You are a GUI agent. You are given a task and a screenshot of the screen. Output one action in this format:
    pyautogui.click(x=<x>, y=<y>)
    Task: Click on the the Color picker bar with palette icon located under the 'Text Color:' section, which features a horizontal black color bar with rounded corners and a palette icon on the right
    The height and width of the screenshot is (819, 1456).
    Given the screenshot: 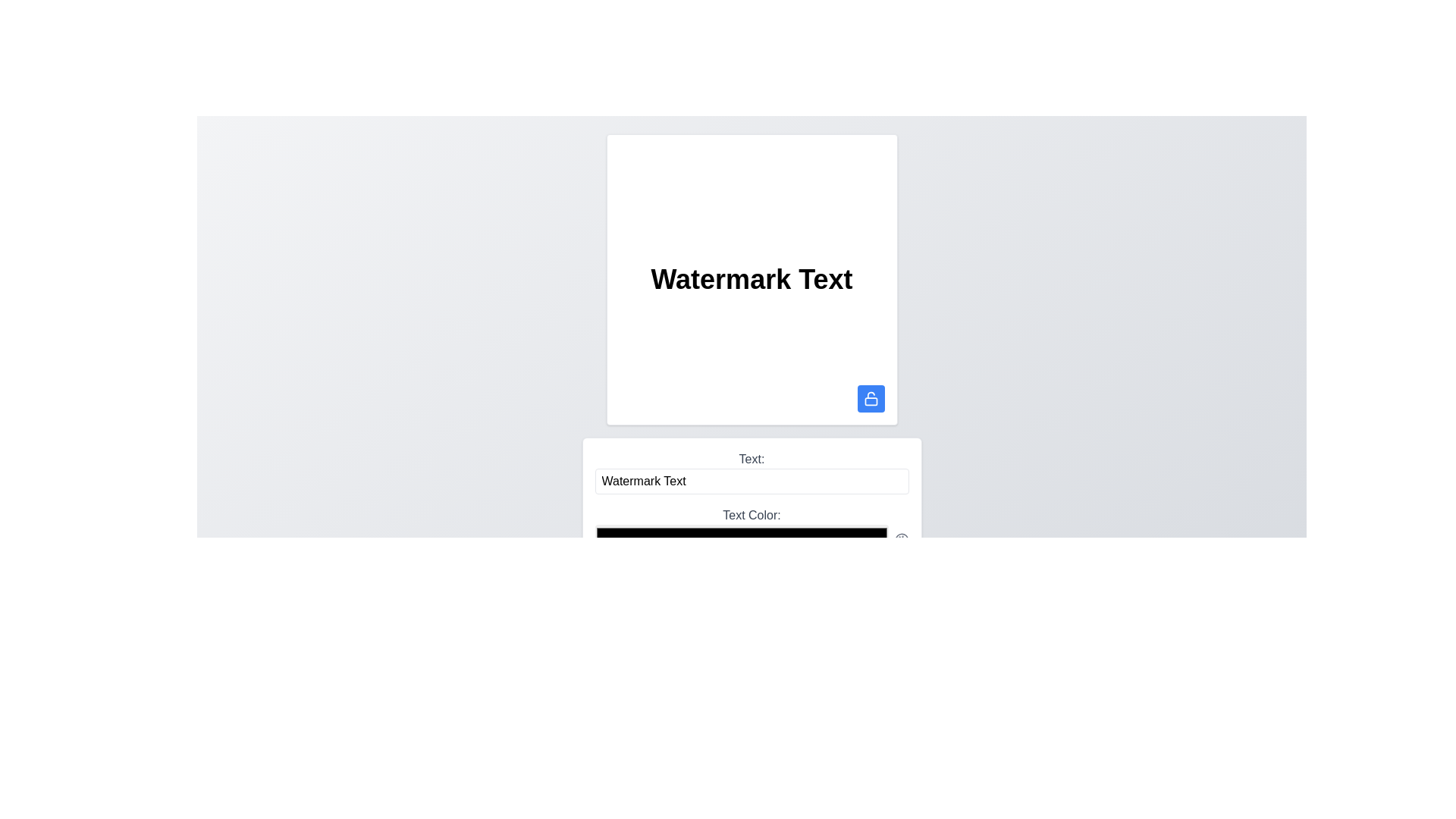 What is the action you would take?
    pyautogui.click(x=752, y=539)
    